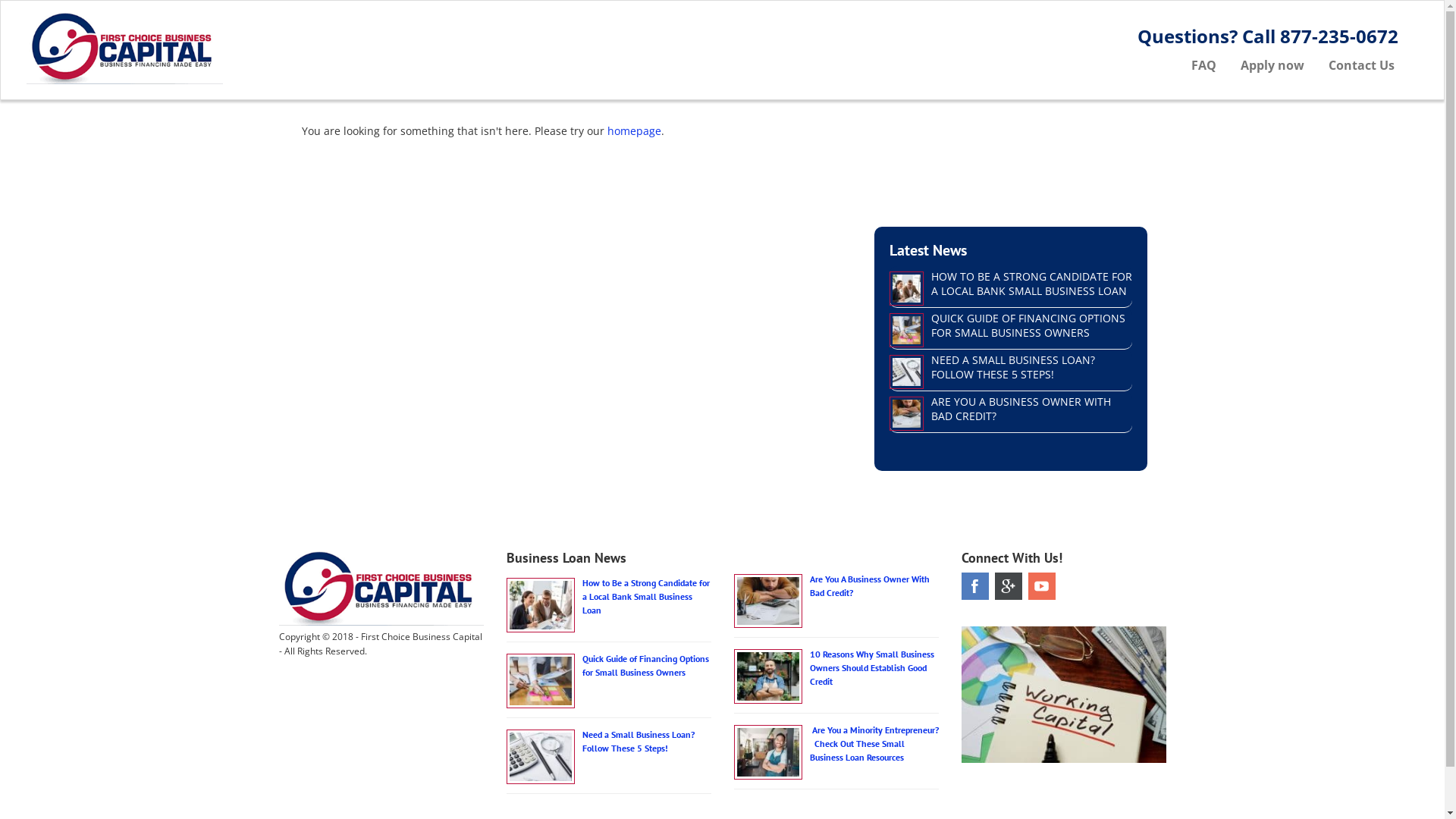 The width and height of the screenshot is (1456, 819). Describe the element at coordinates (1028, 585) in the screenshot. I see `'Youtube'` at that location.